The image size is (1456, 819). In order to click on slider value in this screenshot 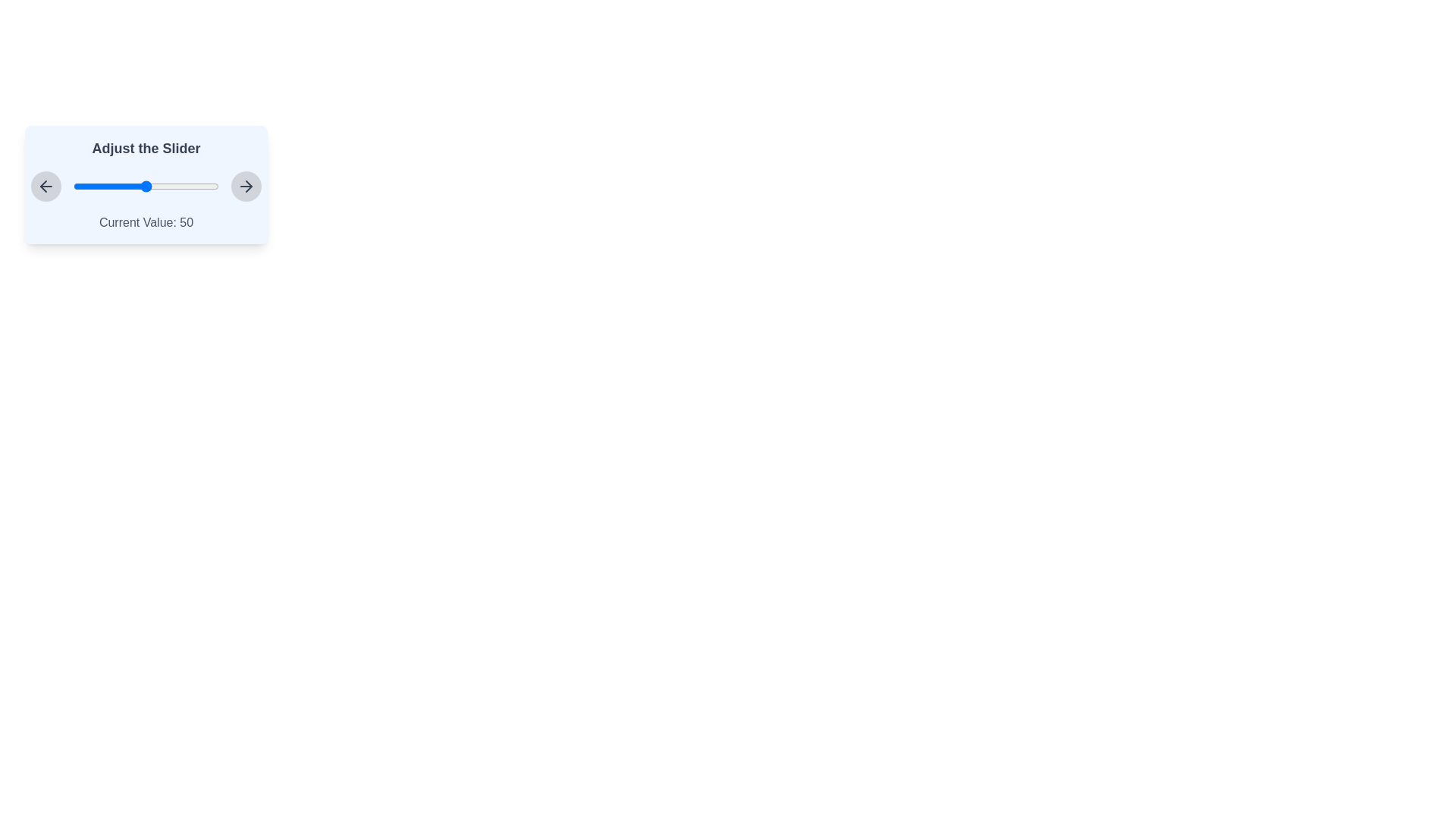, I will do `click(184, 186)`.